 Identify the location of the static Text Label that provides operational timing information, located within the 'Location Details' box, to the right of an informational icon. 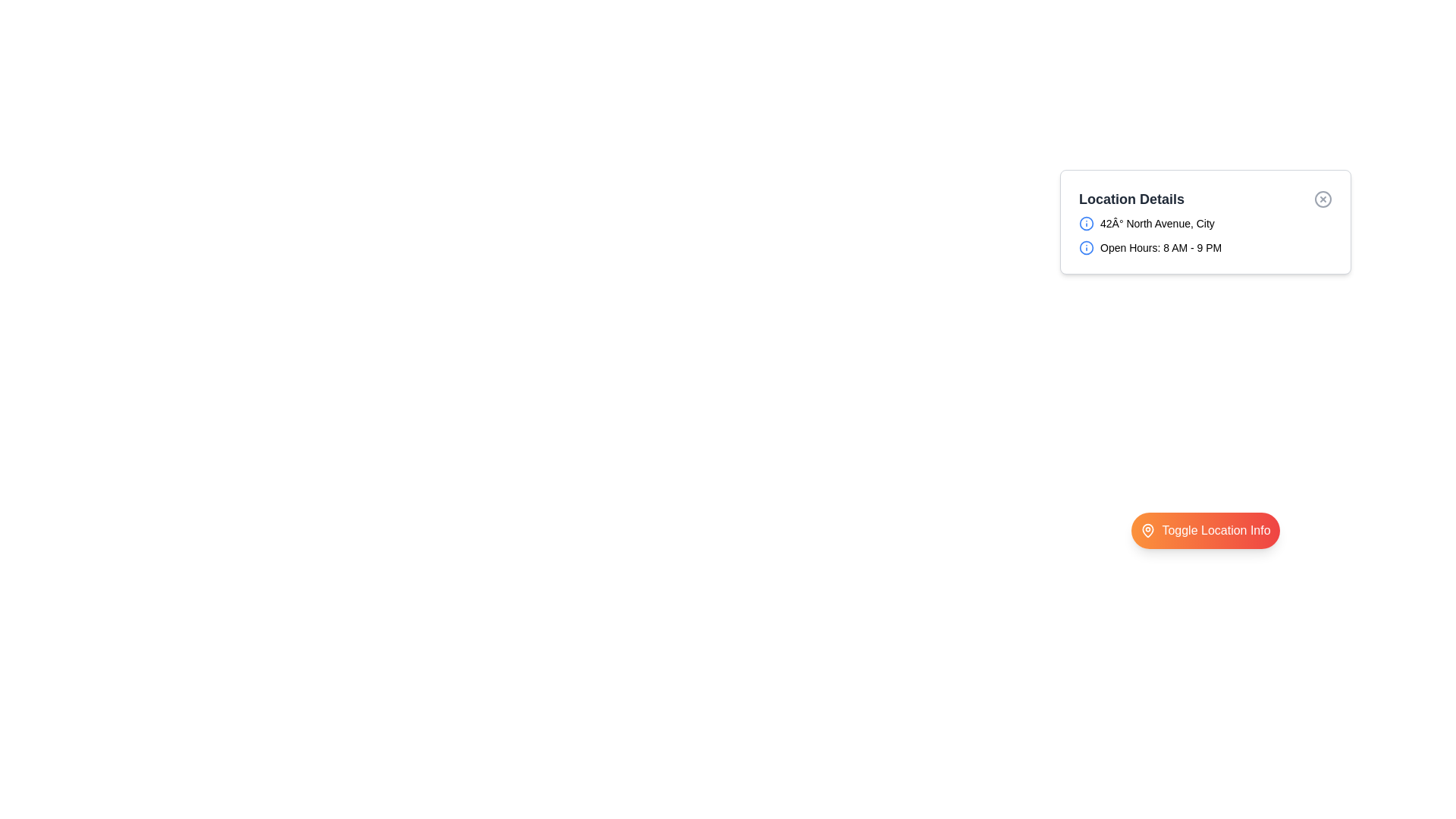
(1160, 247).